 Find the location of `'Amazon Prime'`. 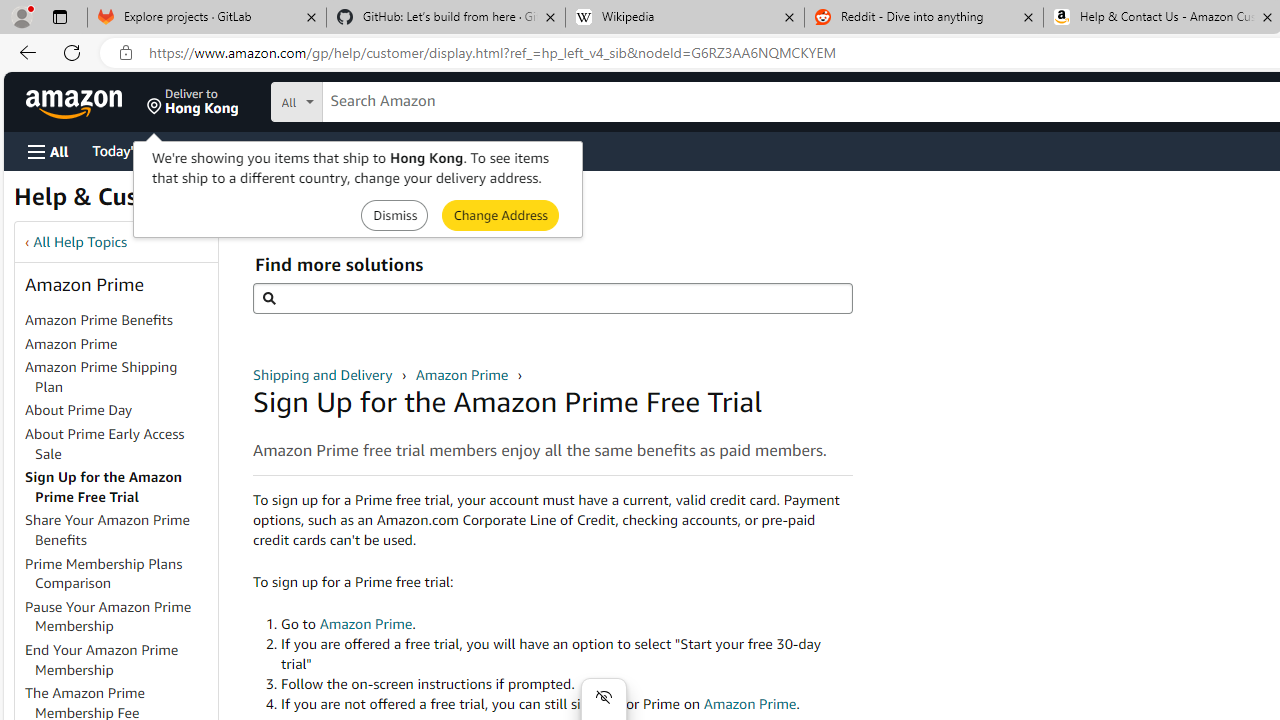

'Amazon Prime' is located at coordinates (119, 343).